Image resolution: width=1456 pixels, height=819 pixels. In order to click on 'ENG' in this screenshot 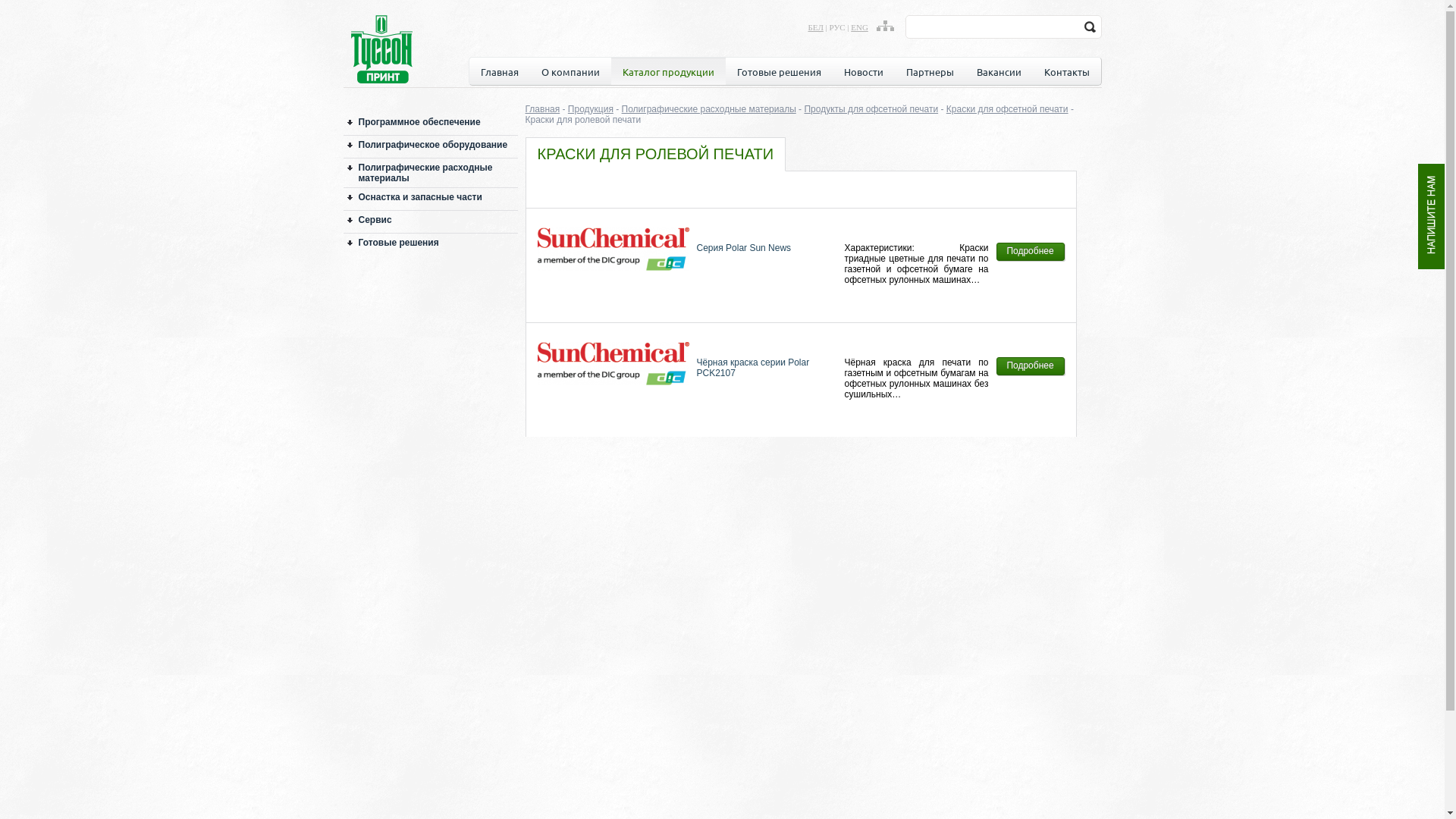, I will do `click(859, 27)`.